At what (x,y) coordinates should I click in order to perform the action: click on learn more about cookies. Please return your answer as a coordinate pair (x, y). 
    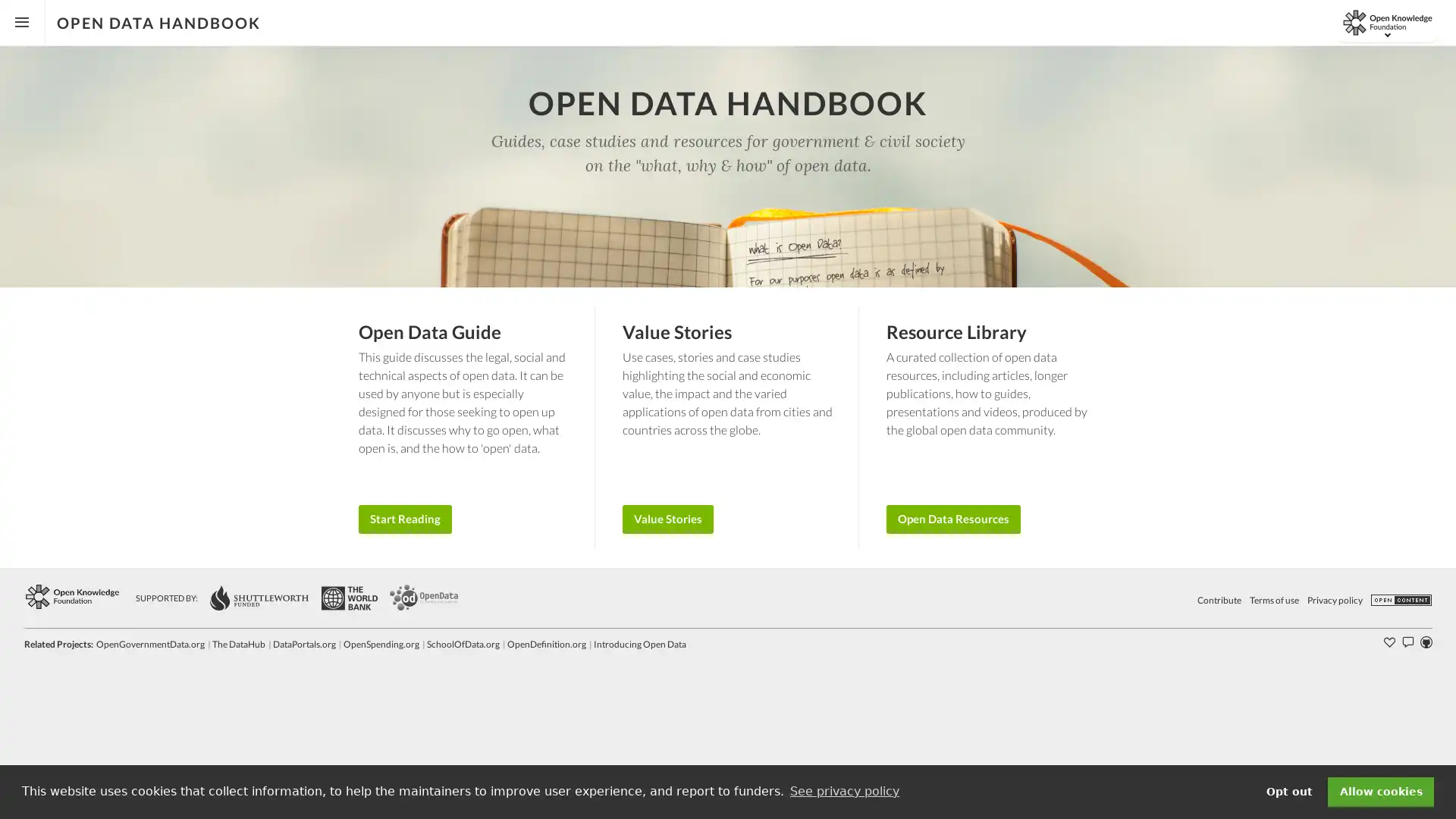
    Looking at the image, I should click on (843, 791).